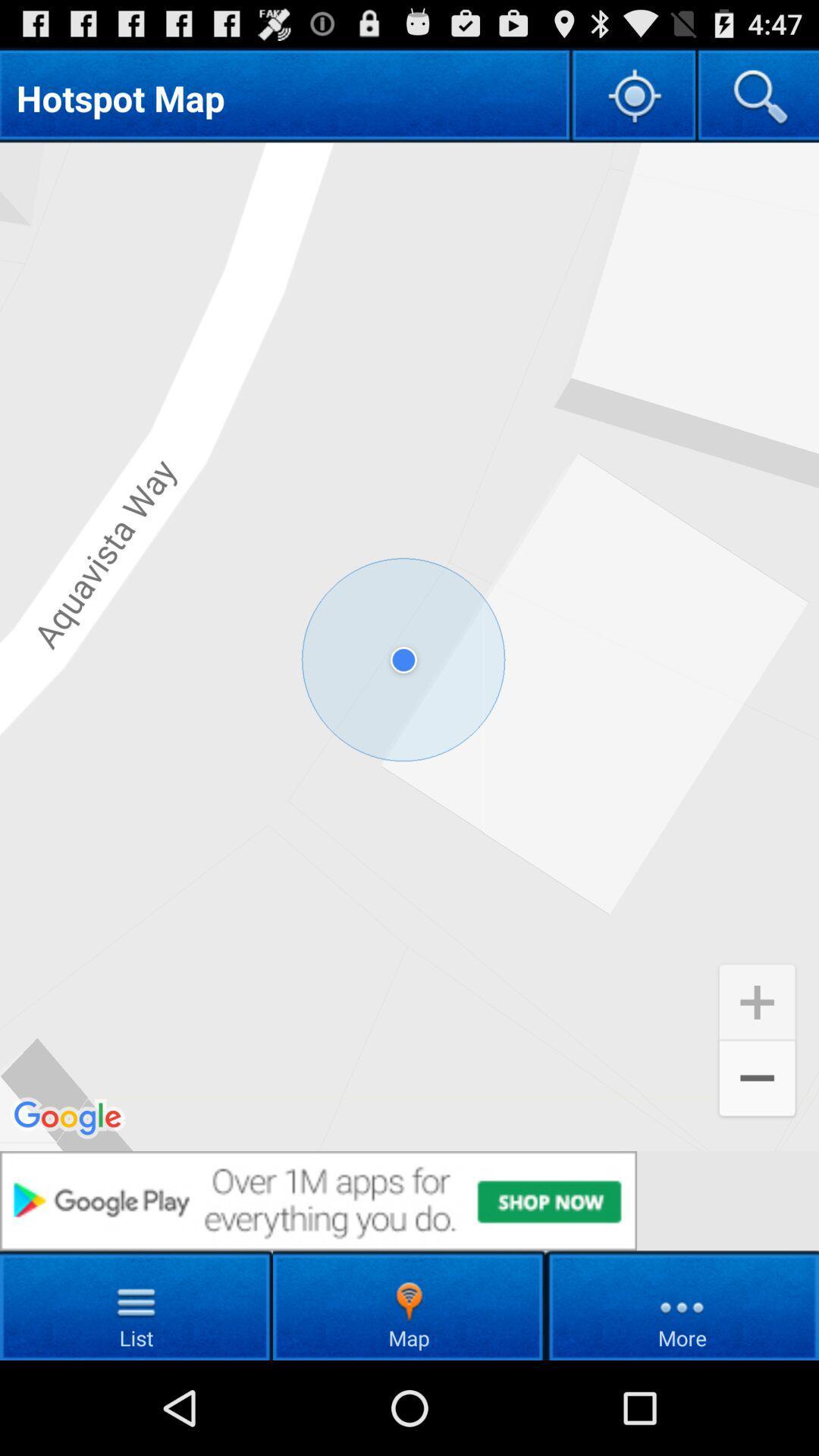 Image resolution: width=819 pixels, height=1456 pixels. I want to click on the search icon, so click(757, 101).